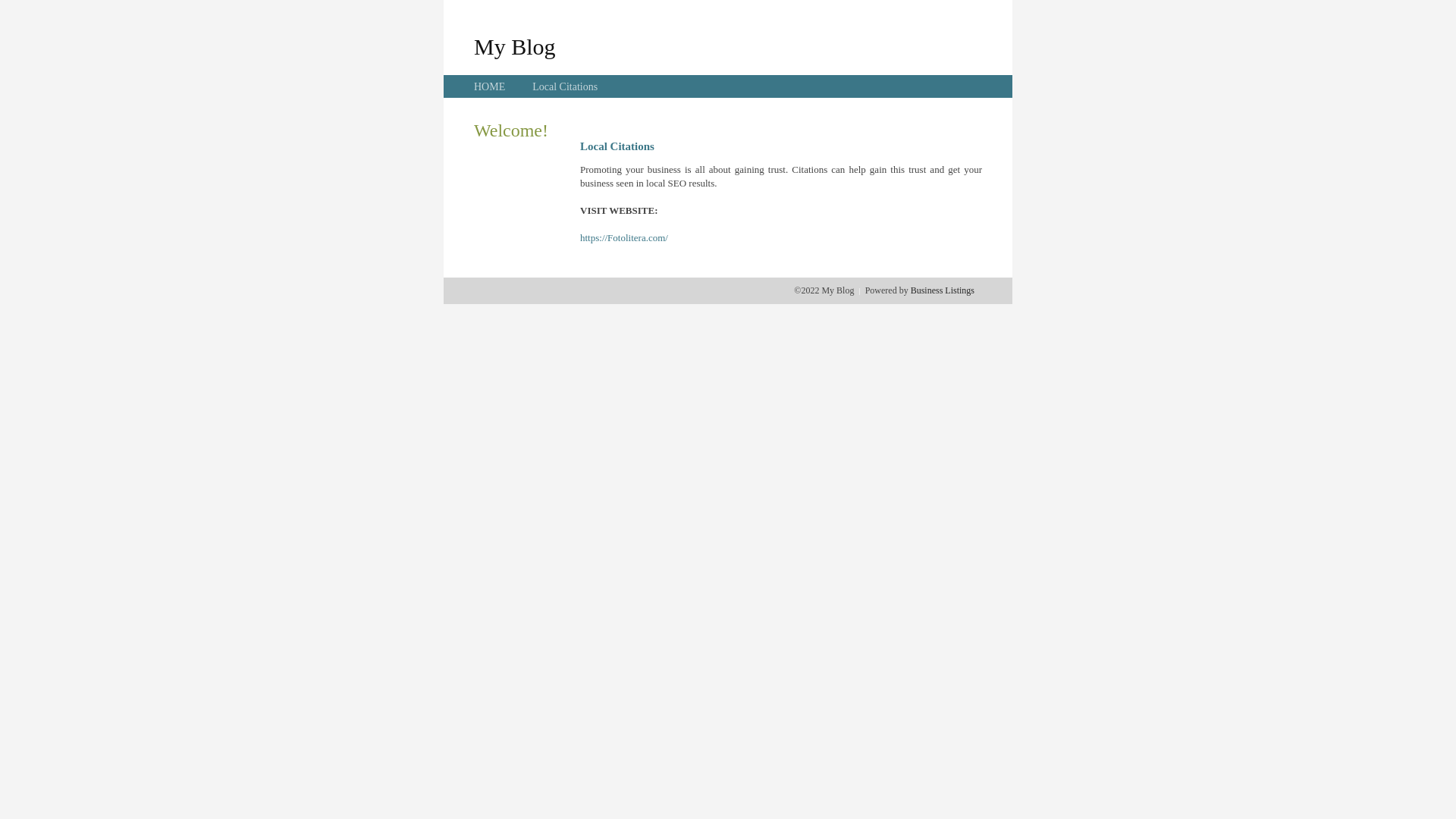 The height and width of the screenshot is (819, 1456). I want to click on 'HOME', so click(489, 86).